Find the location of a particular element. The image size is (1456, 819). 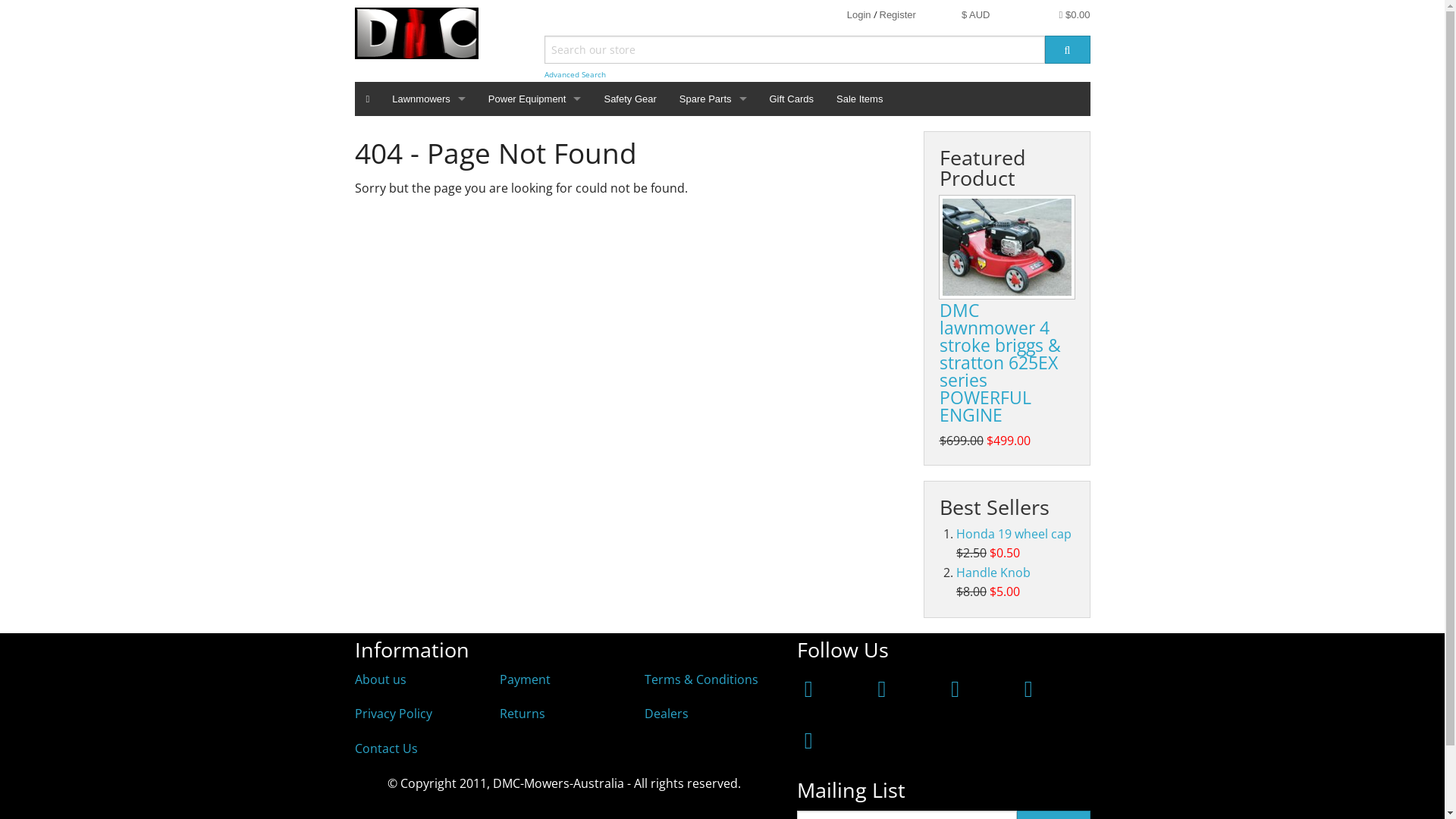

'Advanced Search' is located at coordinates (544, 74).